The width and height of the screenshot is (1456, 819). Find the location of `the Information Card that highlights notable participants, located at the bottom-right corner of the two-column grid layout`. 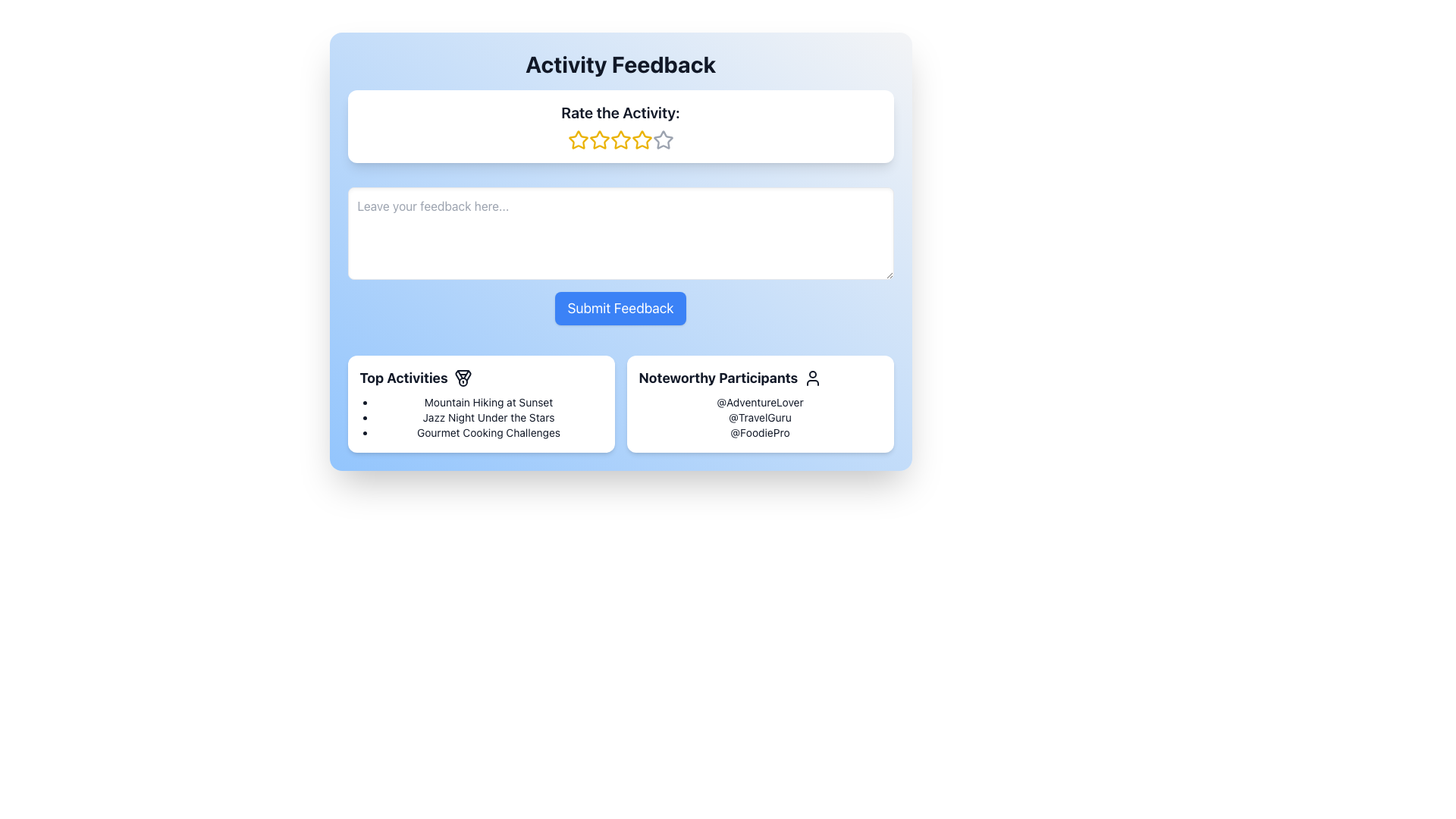

the Information Card that highlights notable participants, located at the bottom-right corner of the two-column grid layout is located at coordinates (760, 403).